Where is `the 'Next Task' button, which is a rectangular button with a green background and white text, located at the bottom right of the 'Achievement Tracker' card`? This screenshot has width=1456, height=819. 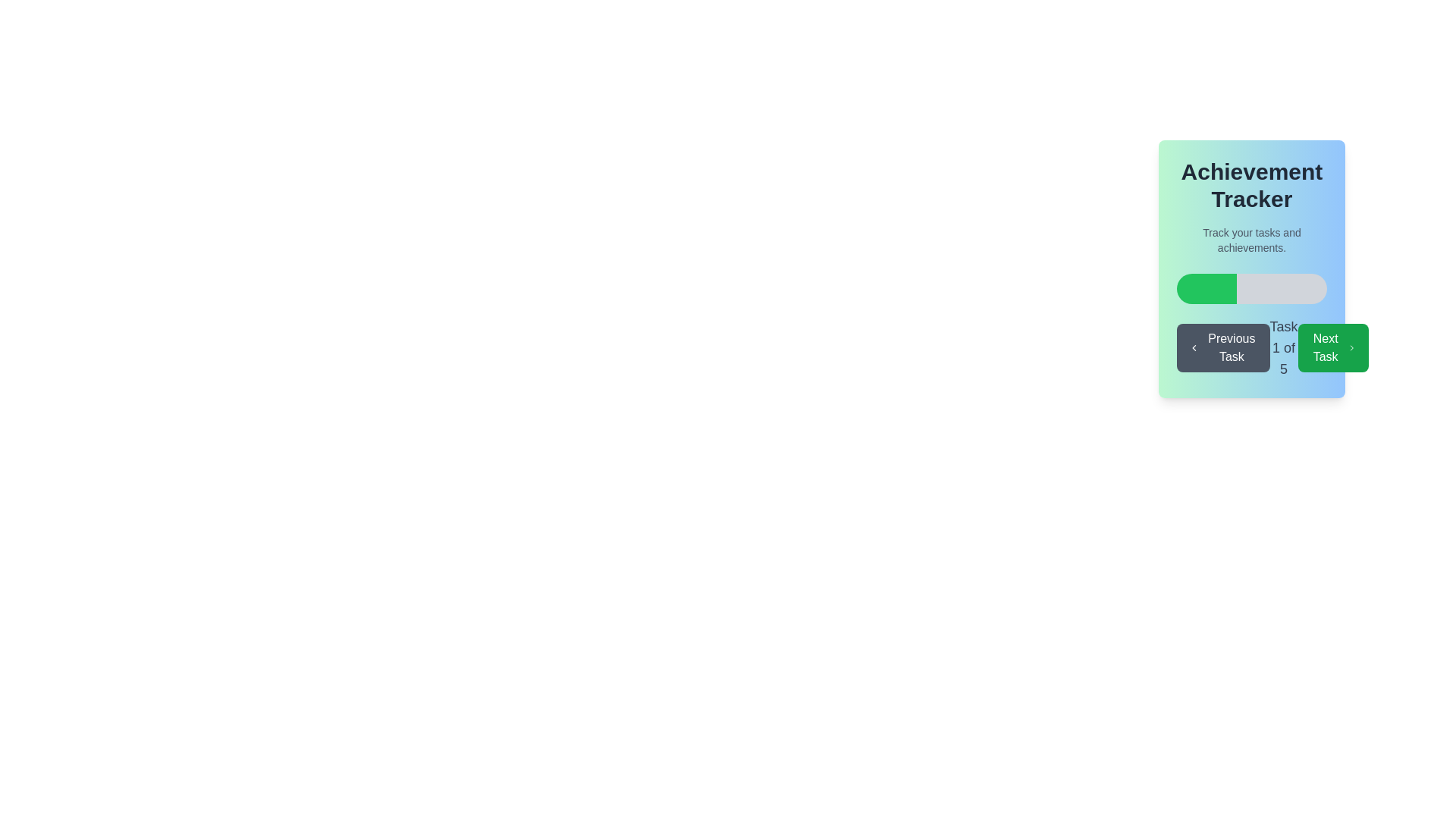 the 'Next Task' button, which is a rectangular button with a green background and white text, located at the bottom right of the 'Achievement Tracker' card is located at coordinates (1332, 348).